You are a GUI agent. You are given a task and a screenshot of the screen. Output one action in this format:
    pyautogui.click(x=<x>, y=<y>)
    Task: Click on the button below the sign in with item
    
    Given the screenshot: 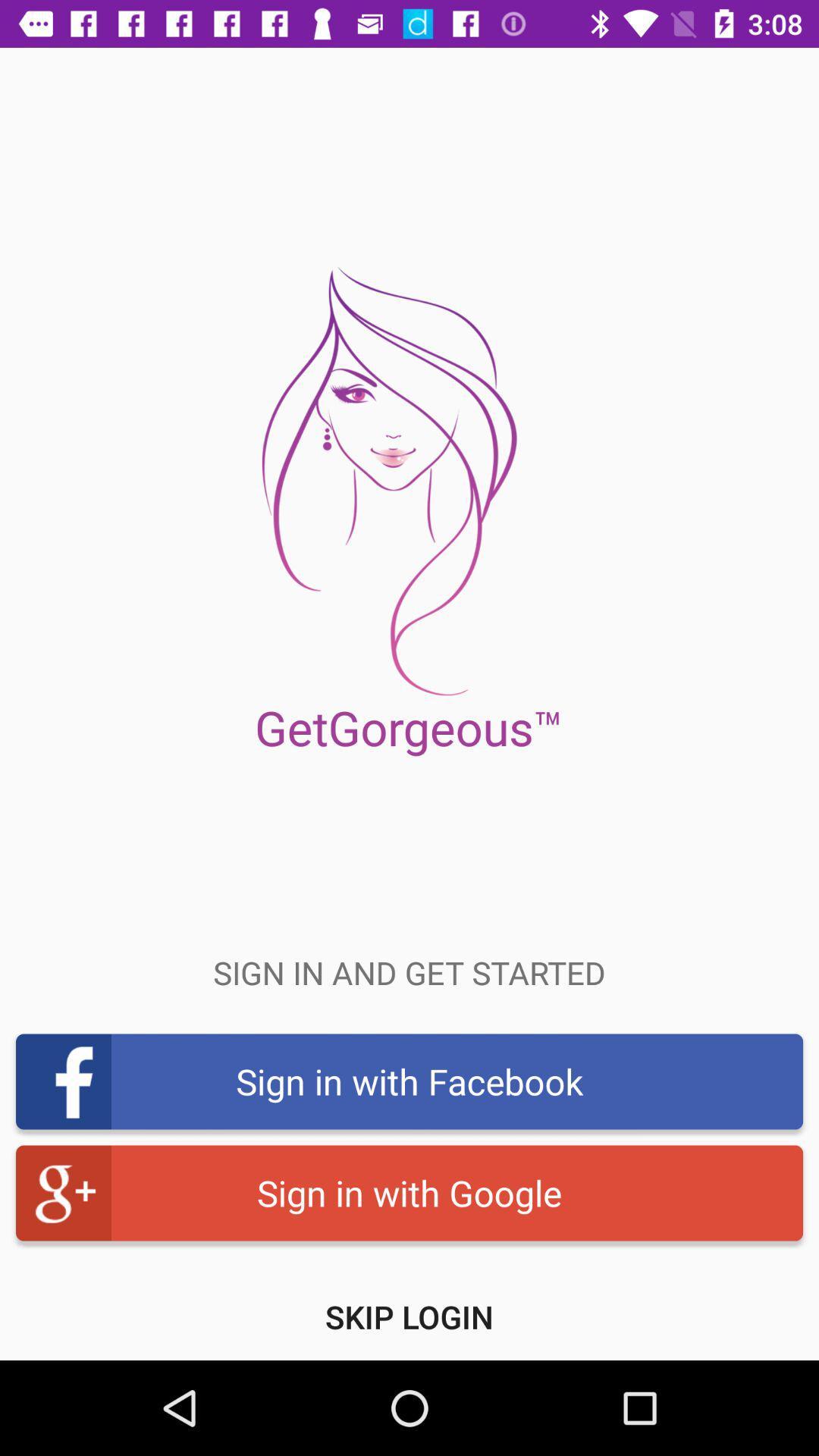 What is the action you would take?
    pyautogui.click(x=409, y=1316)
    